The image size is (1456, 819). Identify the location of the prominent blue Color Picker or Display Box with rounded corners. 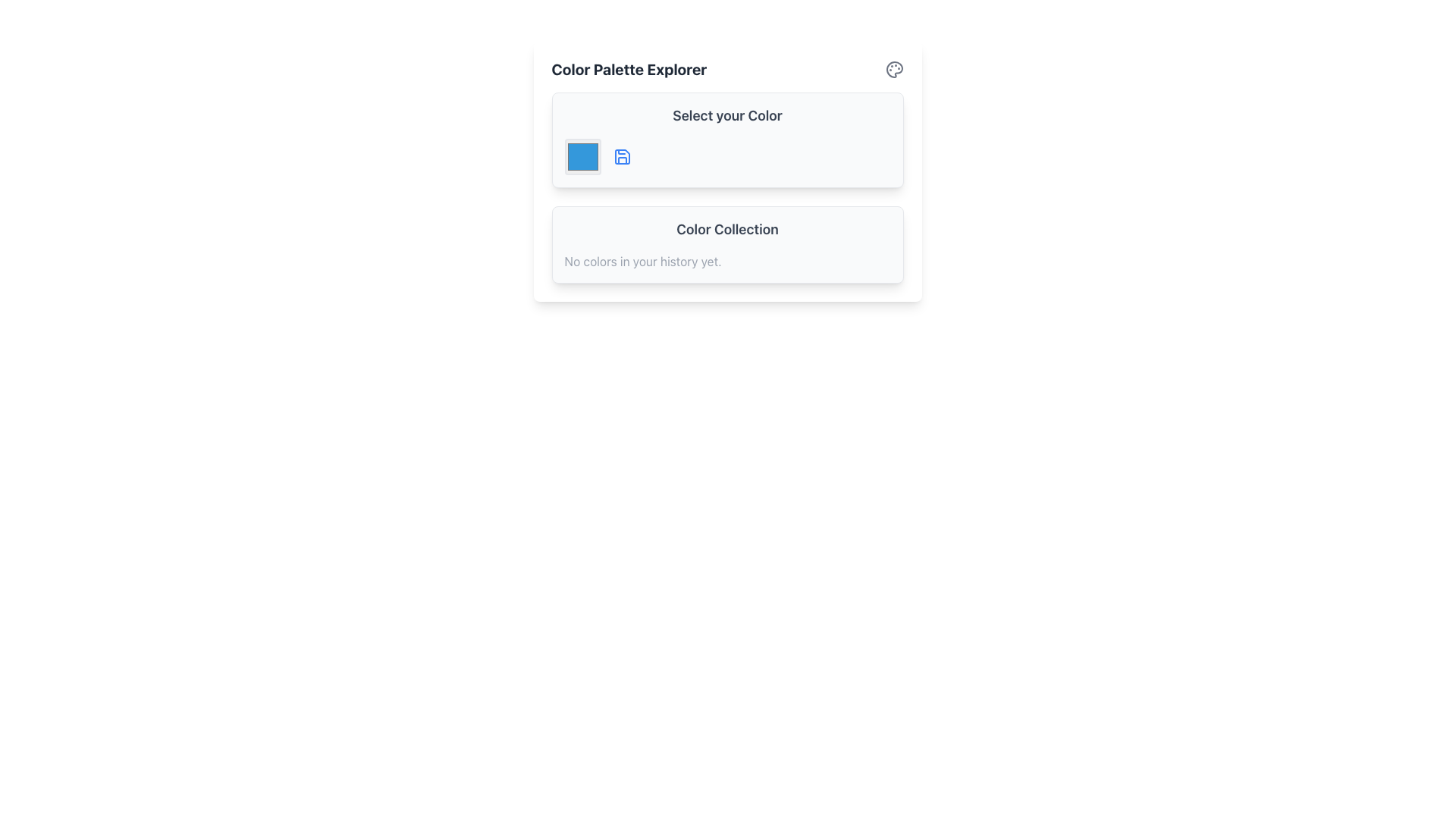
(582, 157).